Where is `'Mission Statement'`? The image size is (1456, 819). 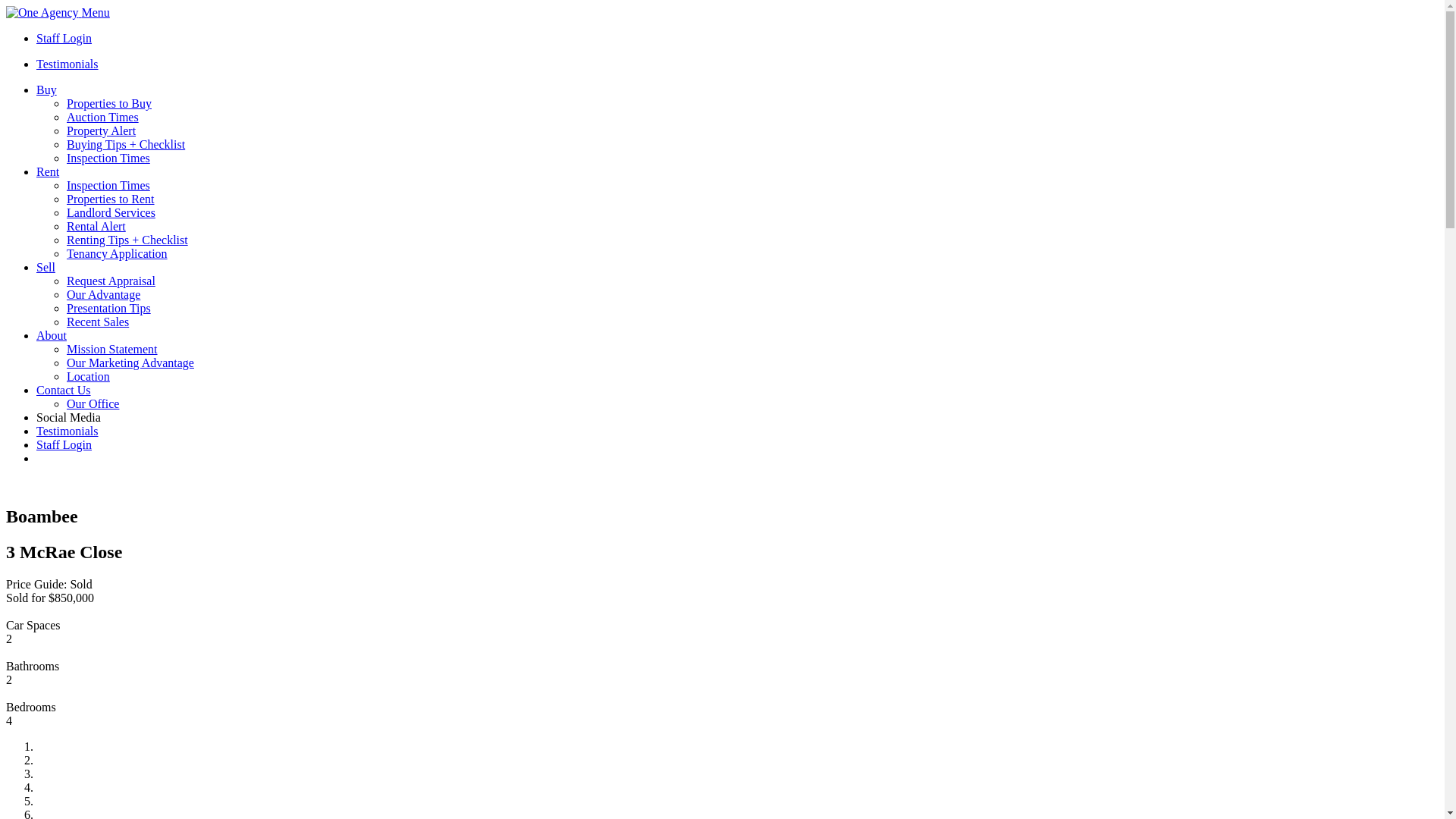
'Mission Statement' is located at coordinates (111, 349).